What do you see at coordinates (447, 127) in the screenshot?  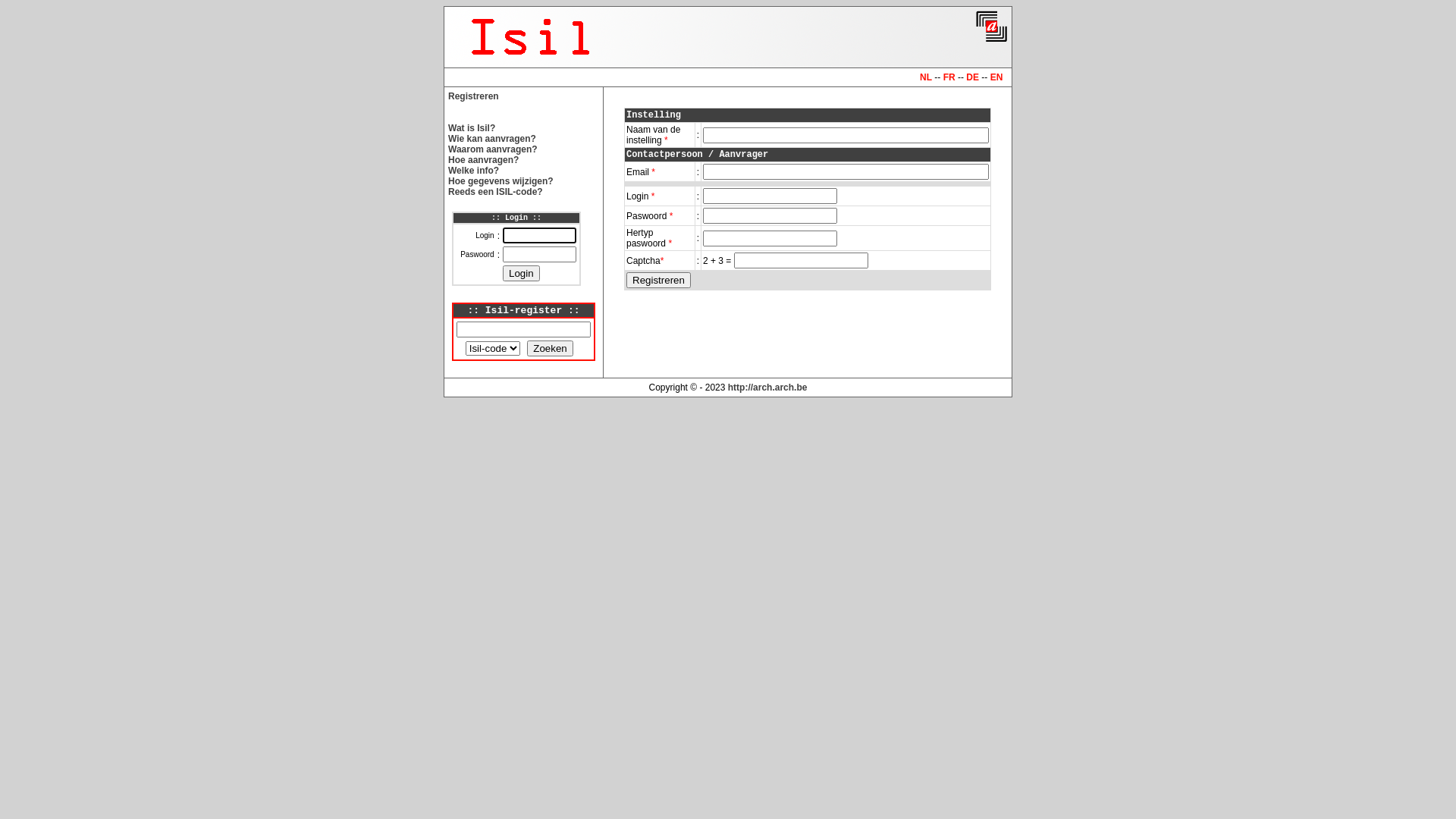 I see `'Wat is Isil?'` at bounding box center [447, 127].